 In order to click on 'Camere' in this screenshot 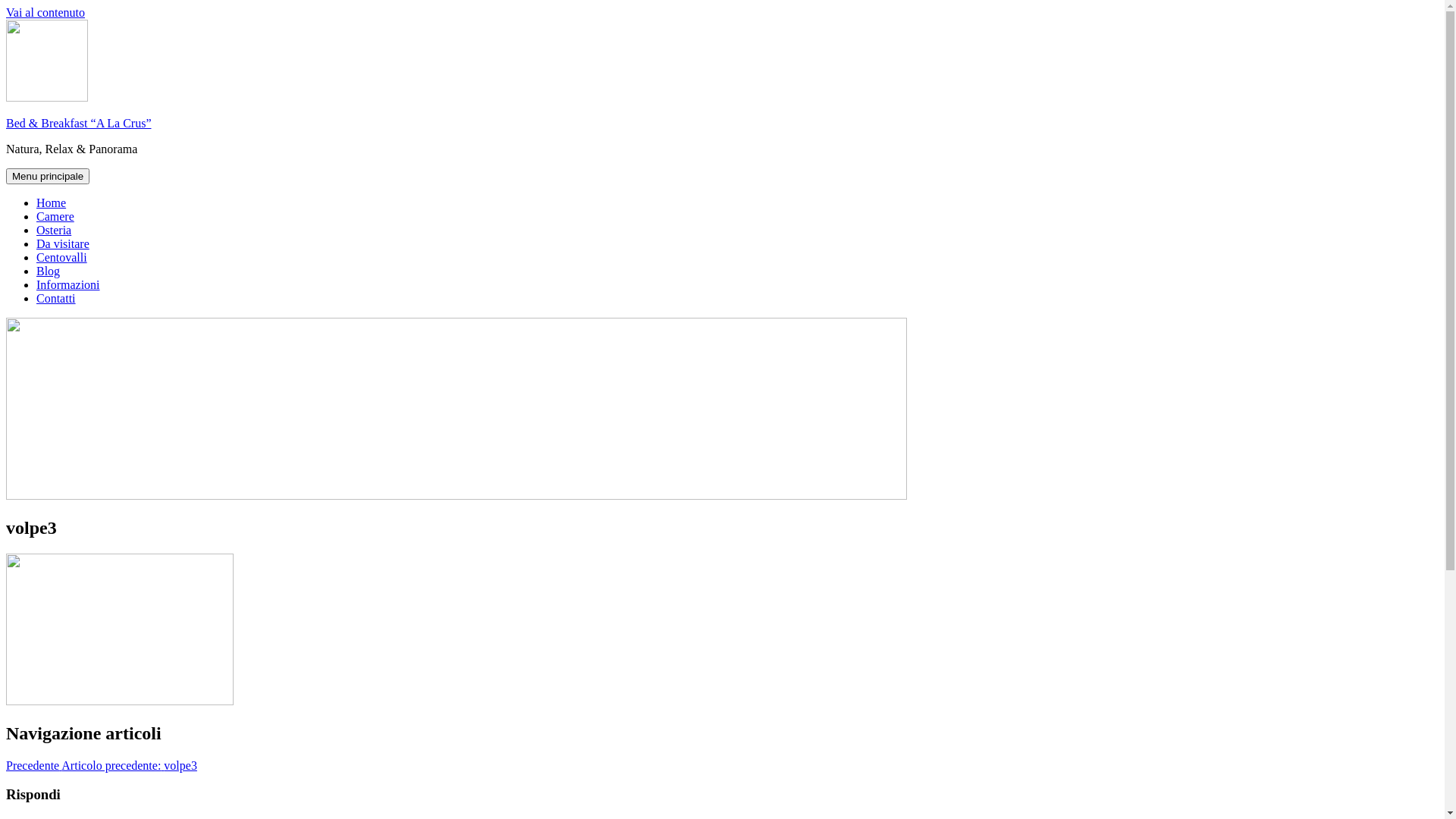, I will do `click(55, 216)`.